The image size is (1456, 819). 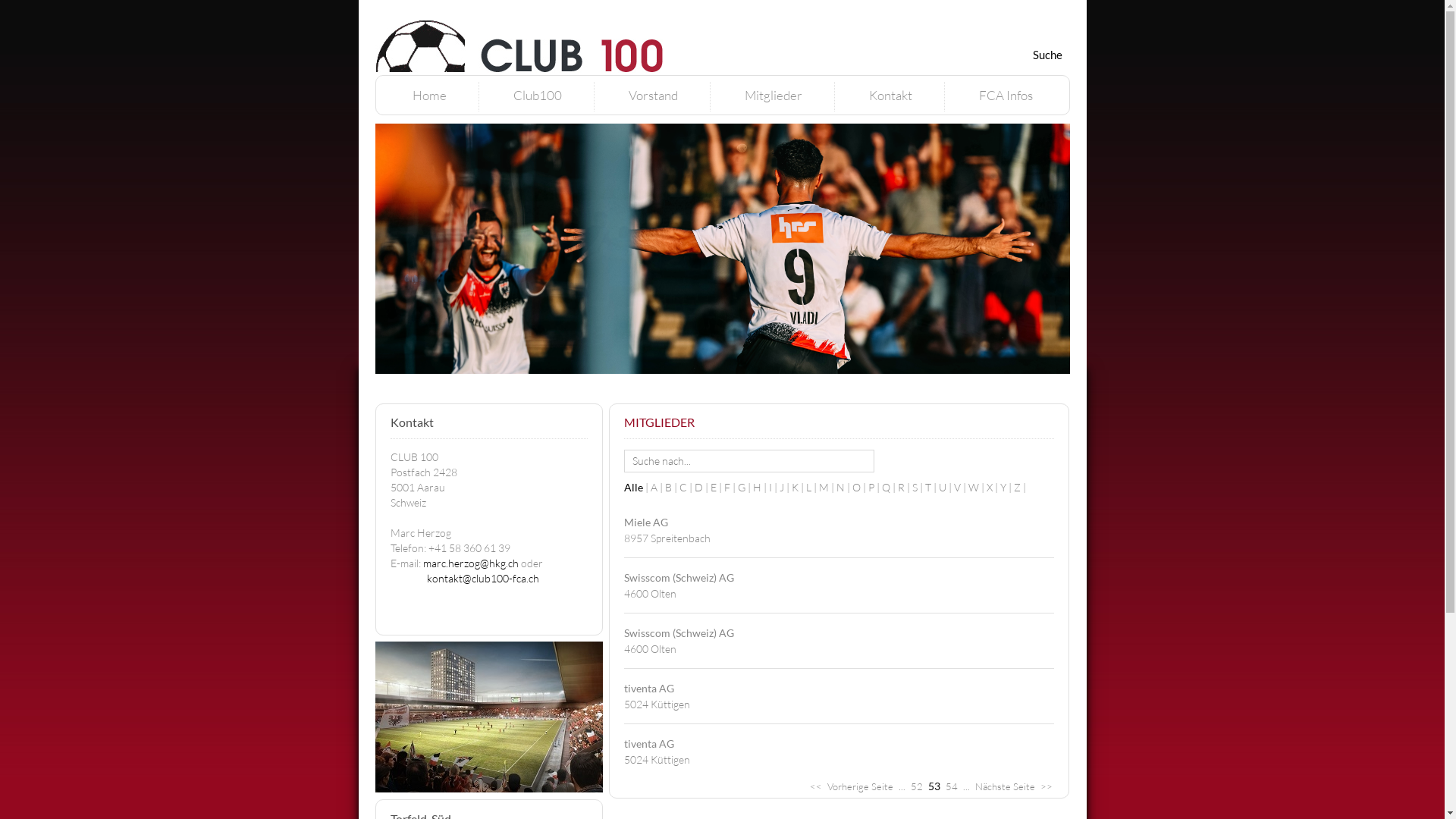 What do you see at coordinates (825, 786) in the screenshot?
I see `'Vorherige Seite'` at bounding box center [825, 786].